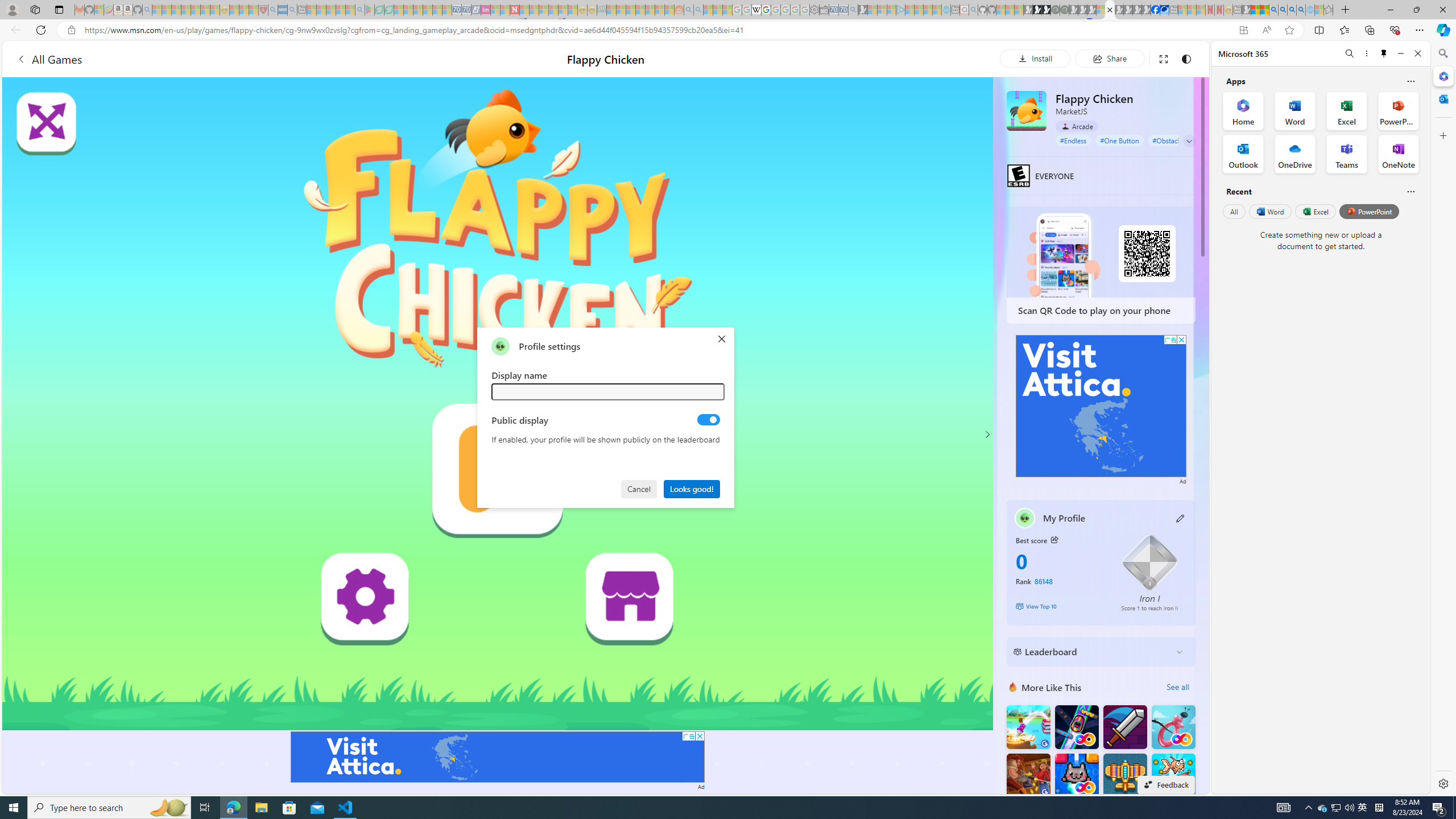 The image size is (1456, 819). What do you see at coordinates (1064, 9) in the screenshot?
I see `'Future Focus Report 2024 - Sleeping'` at bounding box center [1064, 9].